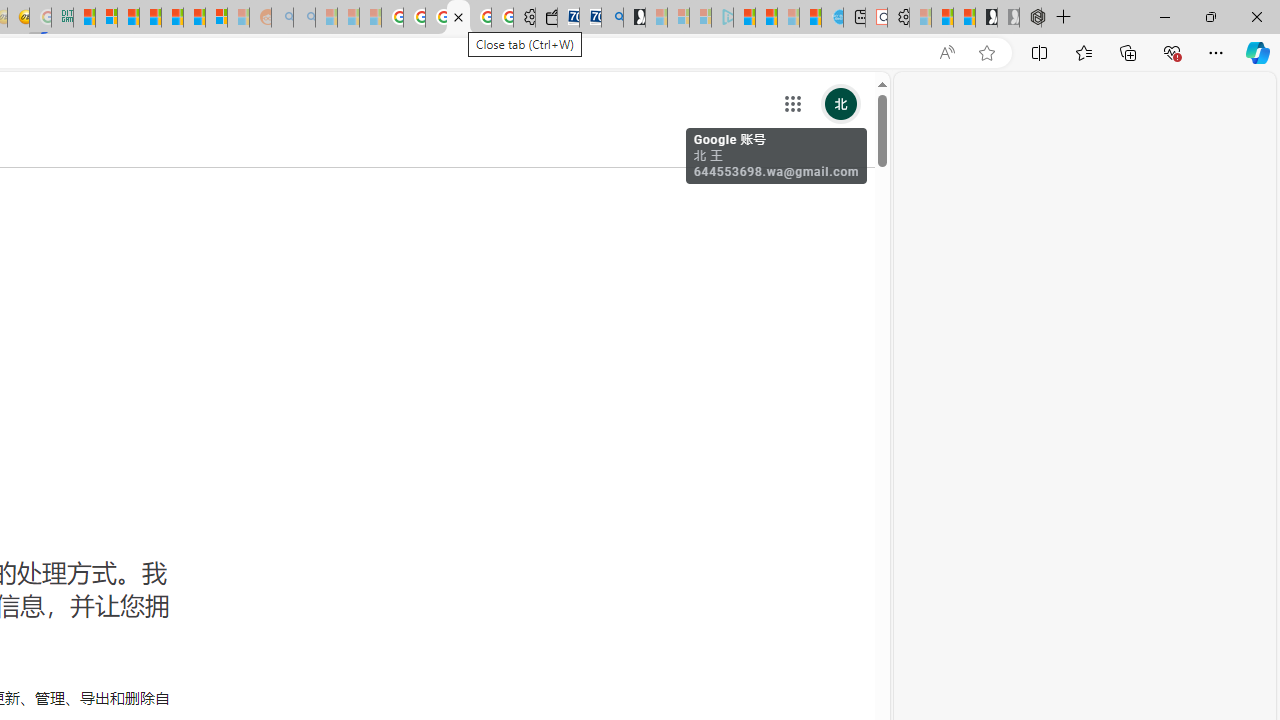 The height and width of the screenshot is (720, 1280). What do you see at coordinates (791, 104) in the screenshot?
I see `'Class: gb_E'` at bounding box center [791, 104].